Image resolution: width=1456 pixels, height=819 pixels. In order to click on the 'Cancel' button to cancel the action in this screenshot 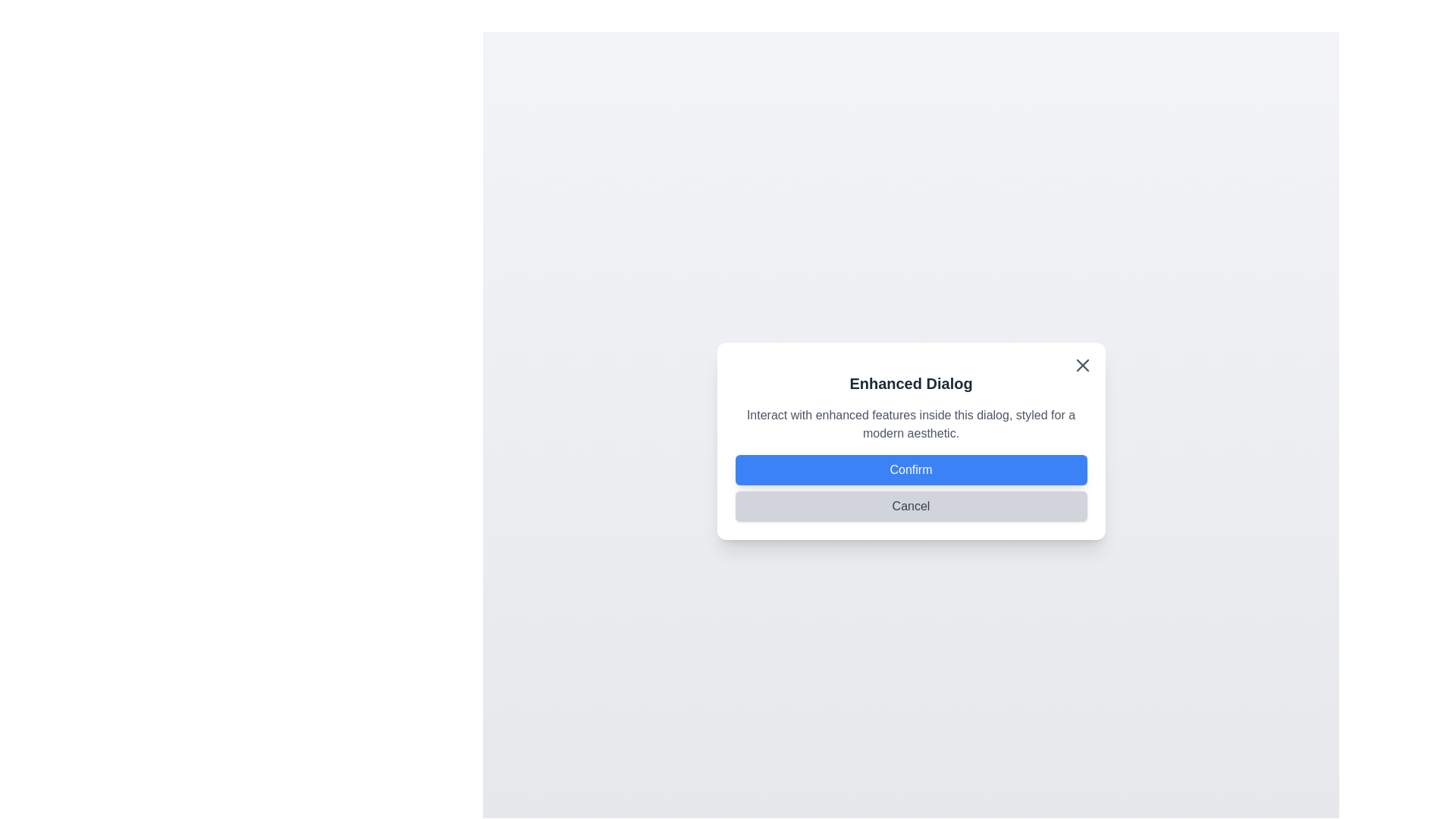, I will do `click(910, 506)`.